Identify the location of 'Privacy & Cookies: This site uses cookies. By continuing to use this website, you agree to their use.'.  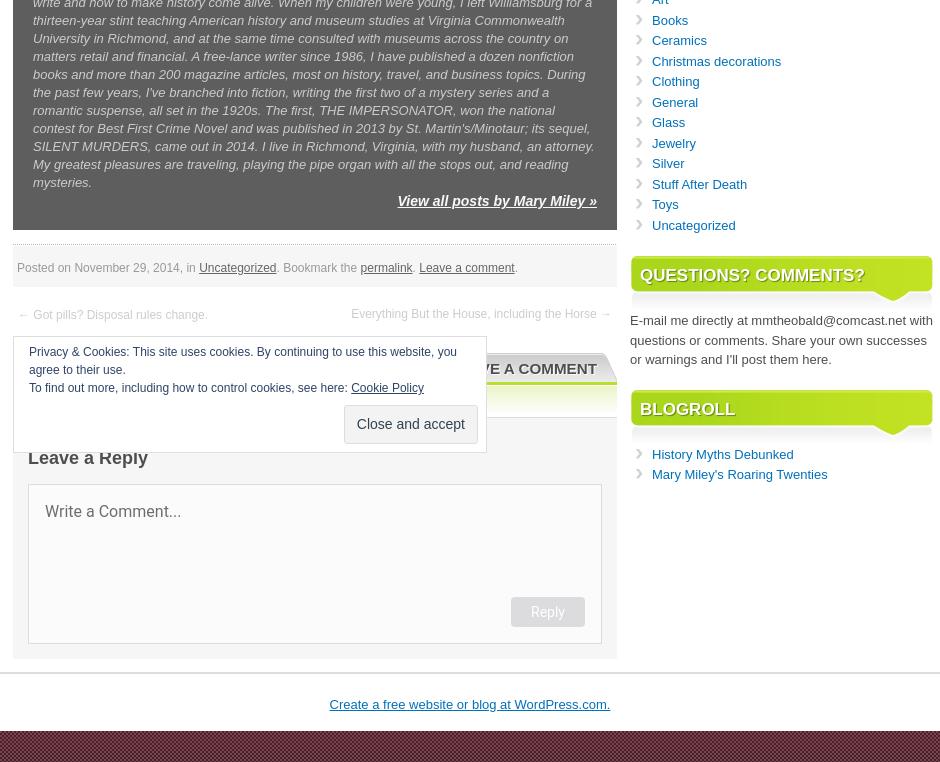
(242, 361).